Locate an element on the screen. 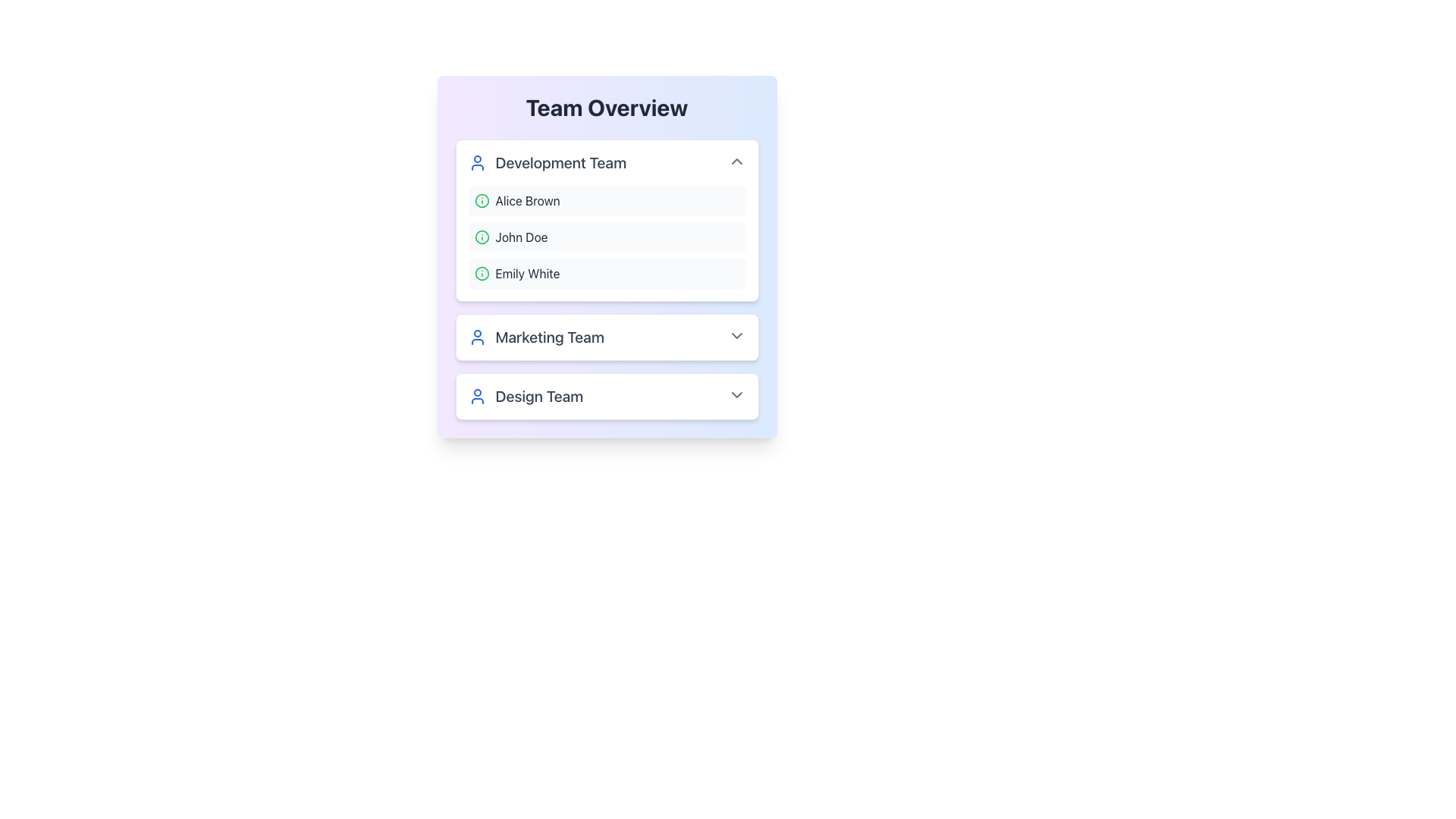 This screenshot has width=1456, height=819. the 'Marketing Team' clickable label with icon is located at coordinates (536, 336).